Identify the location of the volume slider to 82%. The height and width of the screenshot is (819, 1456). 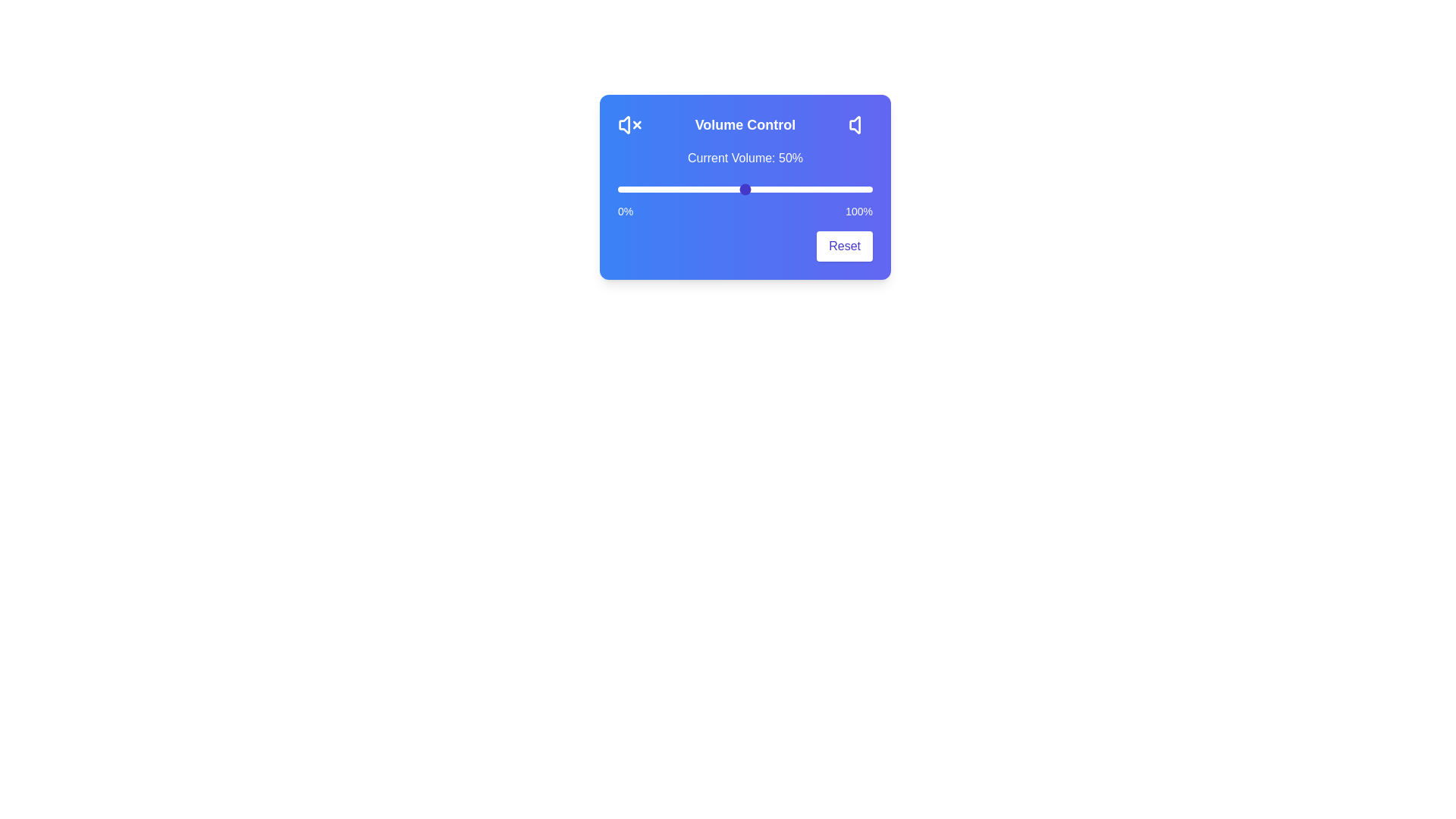
(826, 189).